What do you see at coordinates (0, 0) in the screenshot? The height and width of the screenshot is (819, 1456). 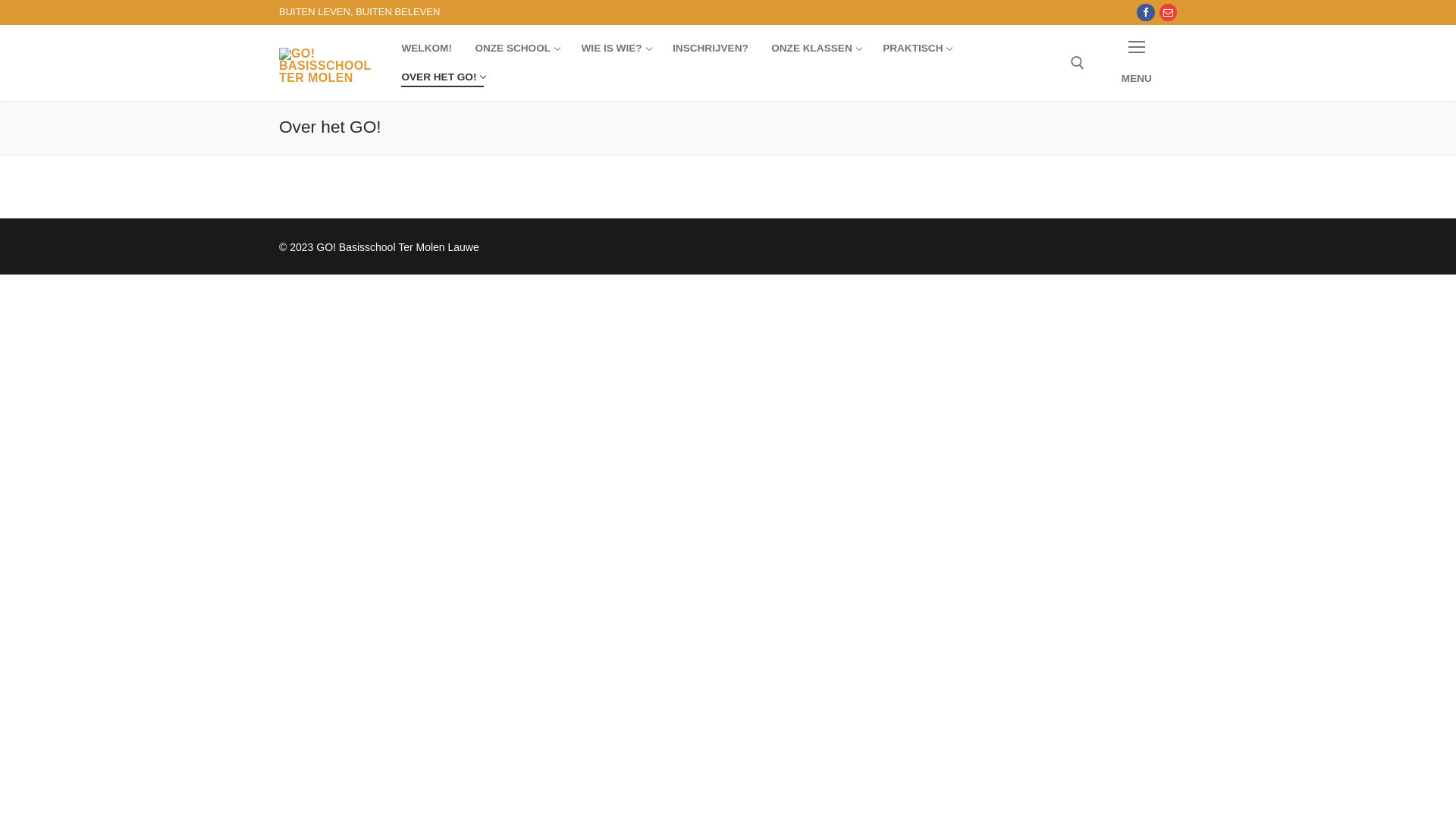 I see `'Spring naar de inhoud'` at bounding box center [0, 0].